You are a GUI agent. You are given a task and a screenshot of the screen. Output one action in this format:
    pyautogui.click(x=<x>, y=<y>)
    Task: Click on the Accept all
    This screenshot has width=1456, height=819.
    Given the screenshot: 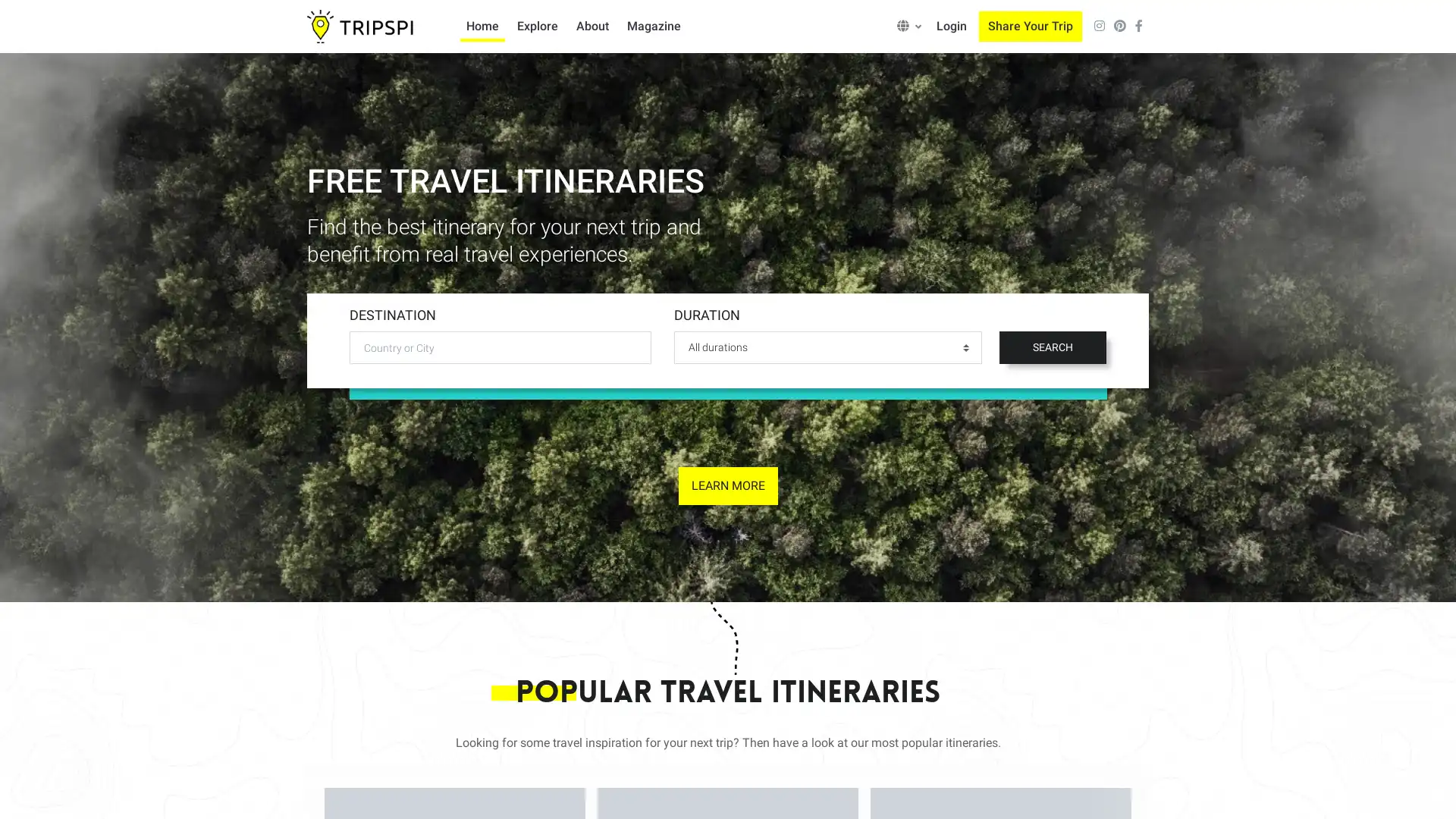 What is the action you would take?
    pyautogui.click(x=361, y=748)
    